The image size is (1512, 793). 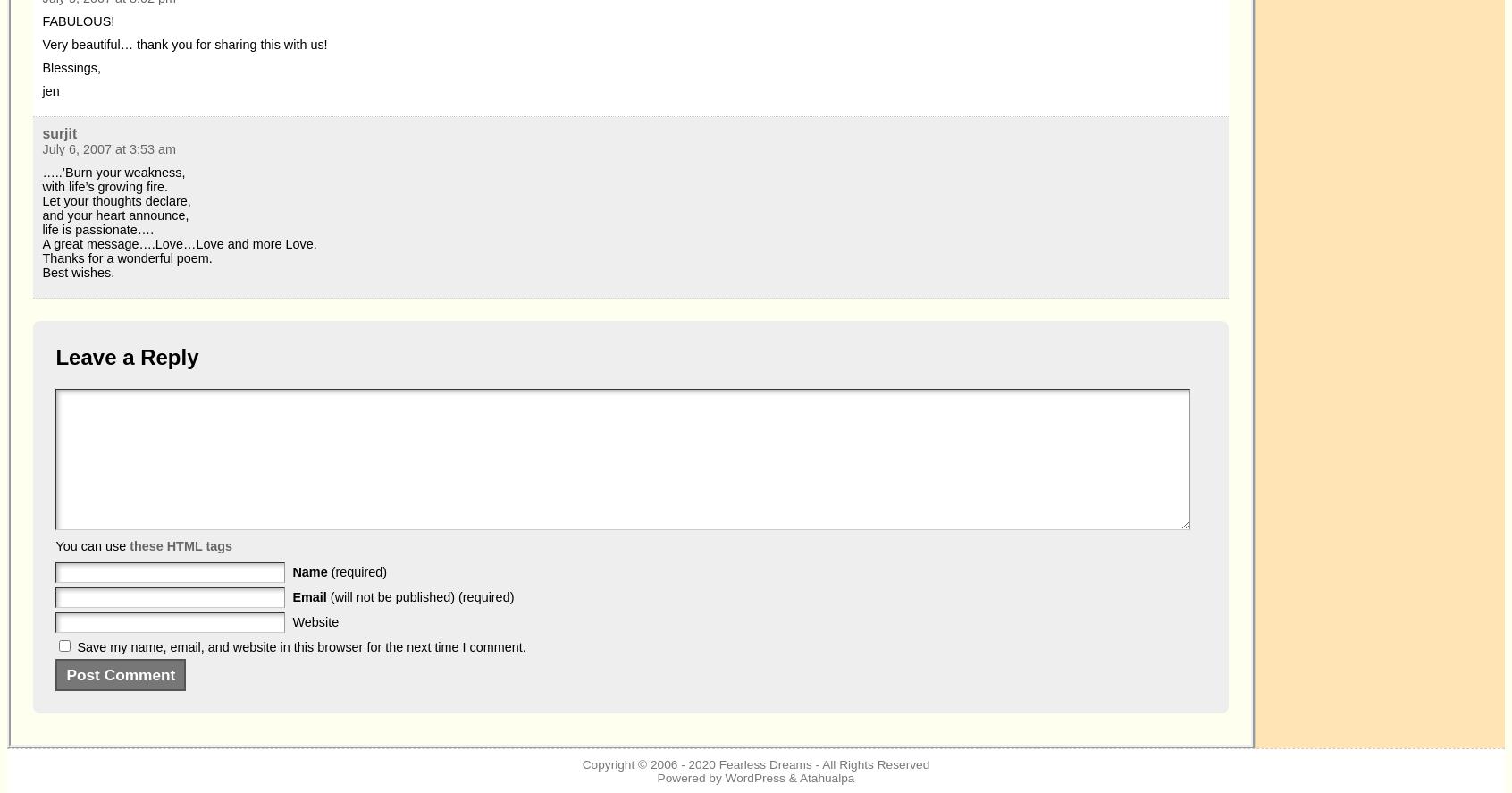 What do you see at coordinates (310, 571) in the screenshot?
I see `'Name'` at bounding box center [310, 571].